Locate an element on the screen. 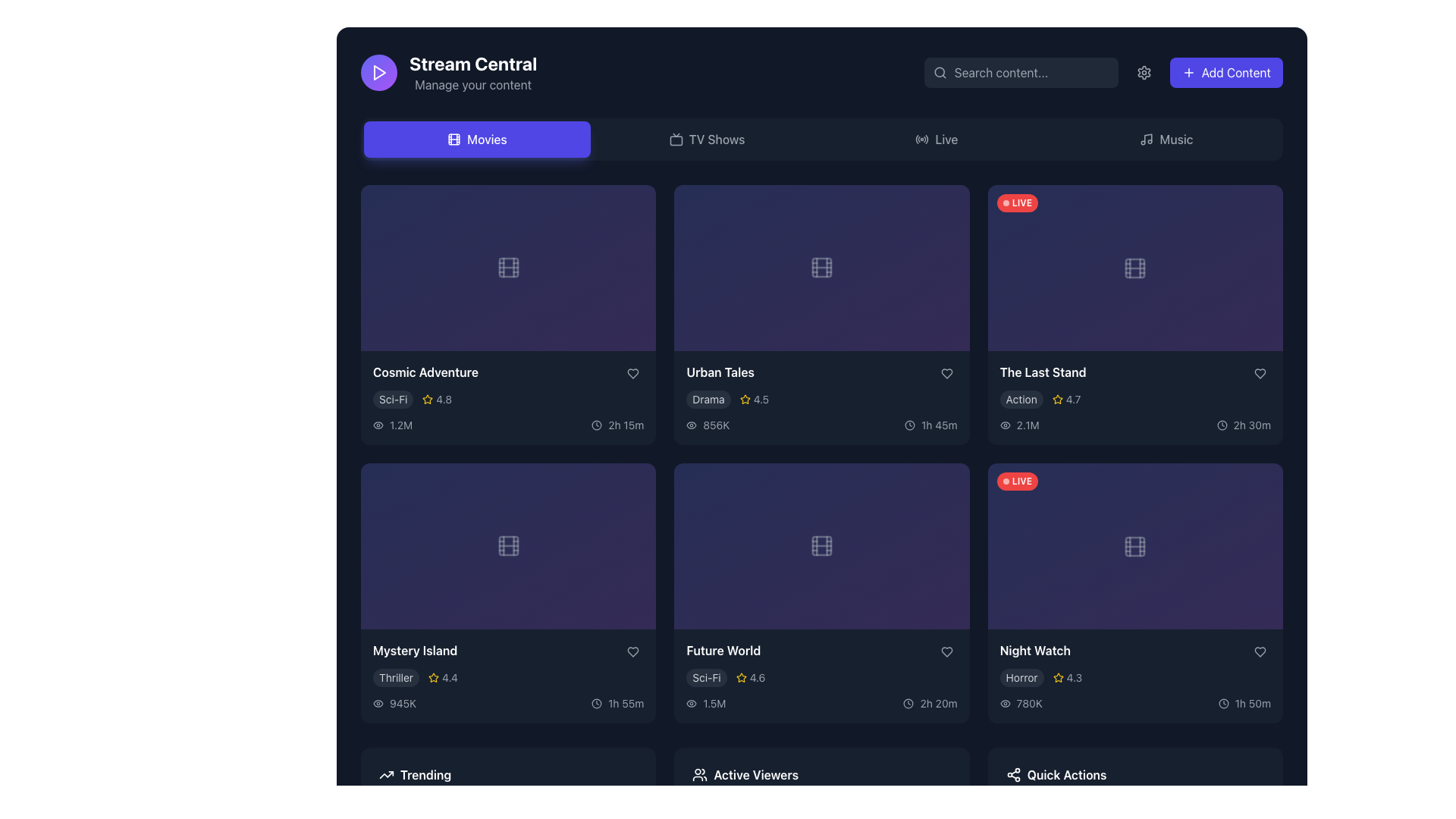  the movie or video content icon located in the third row and first column of the grid structure within the 'Mystery Island' card is located at coordinates (508, 546).